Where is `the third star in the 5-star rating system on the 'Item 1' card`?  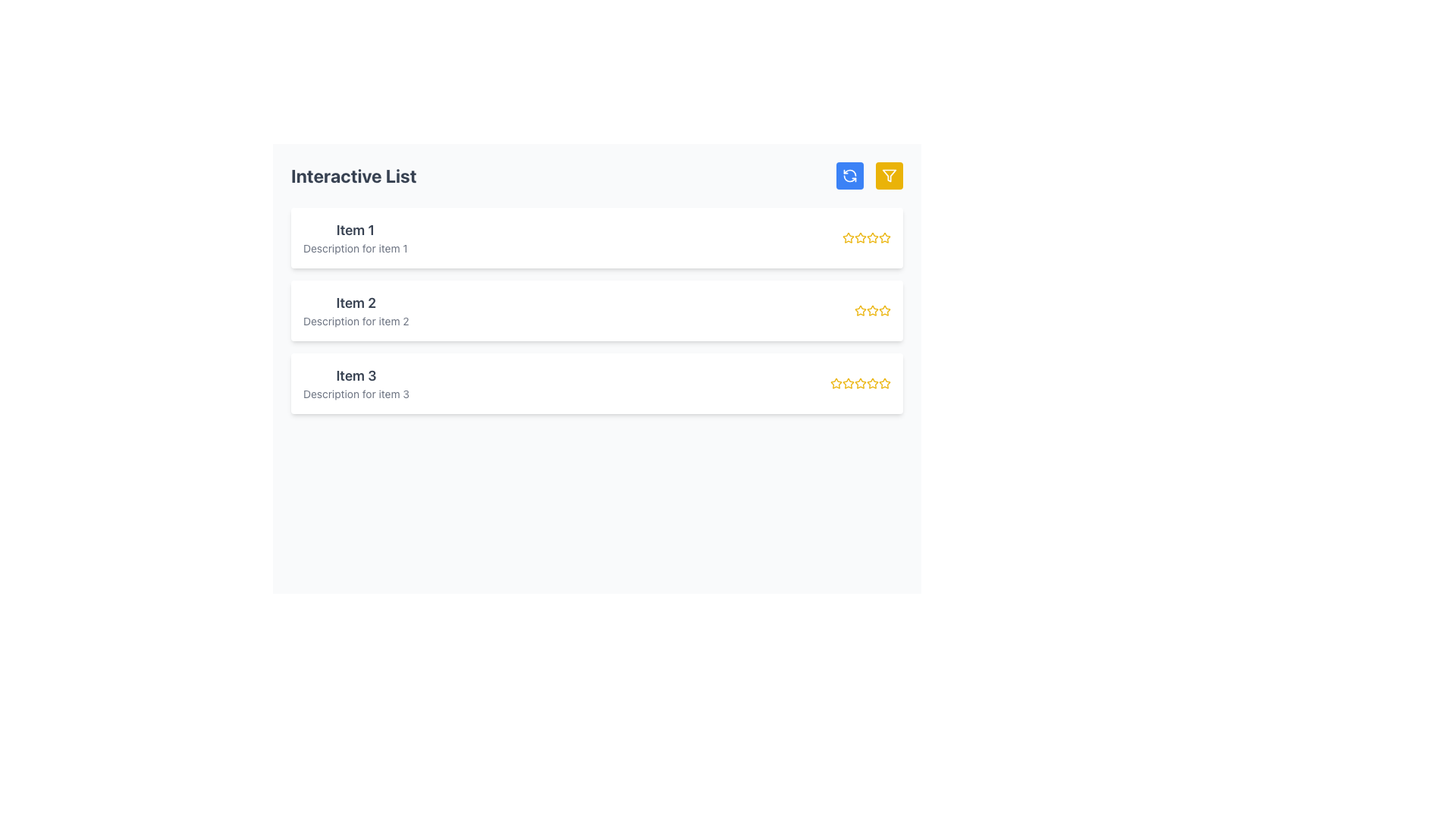
the third star in the 5-star rating system on the 'Item 1' card is located at coordinates (866, 237).